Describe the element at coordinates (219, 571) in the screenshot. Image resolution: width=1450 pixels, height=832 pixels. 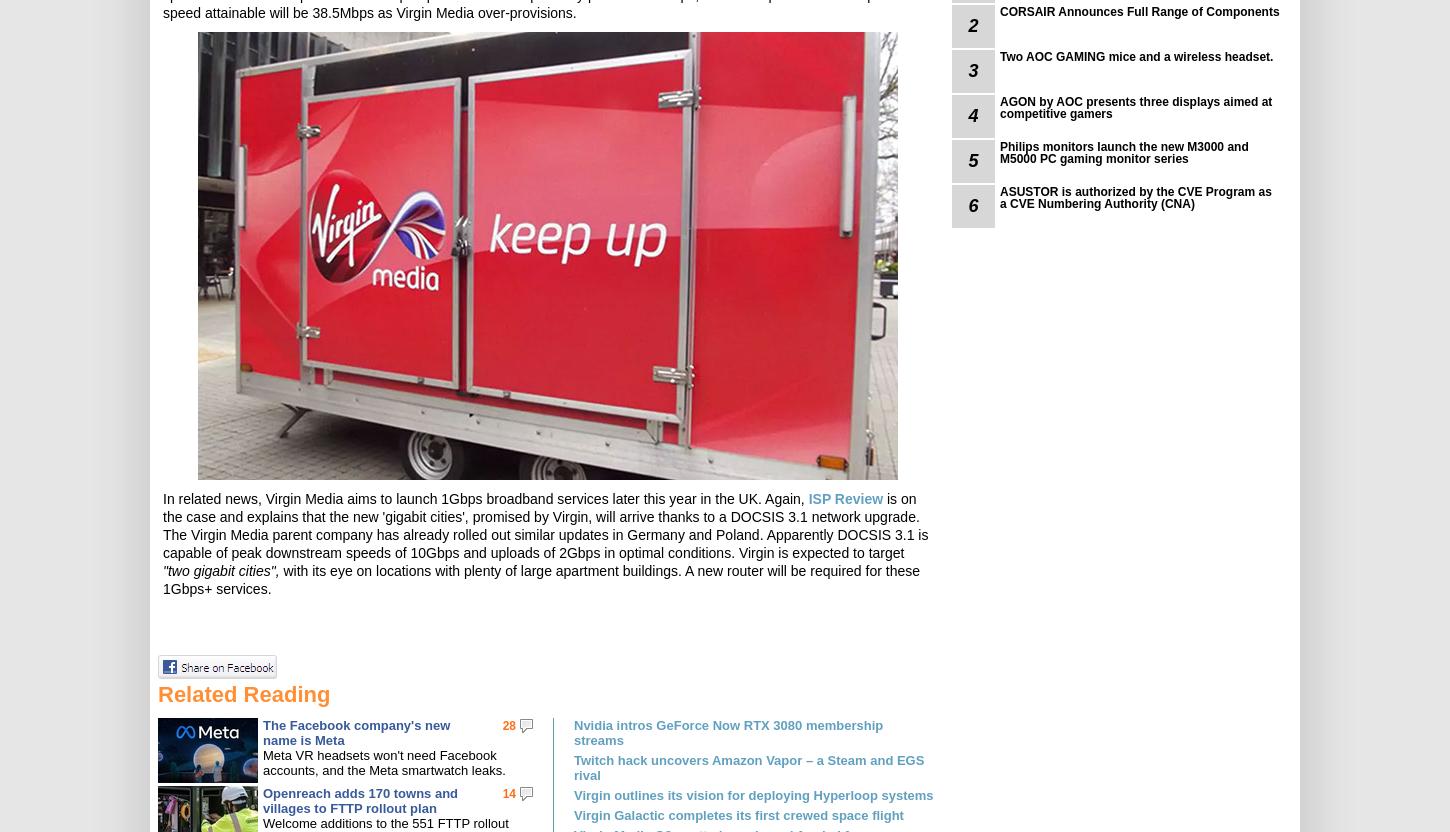
I see `'"two gigabit cities",'` at that location.